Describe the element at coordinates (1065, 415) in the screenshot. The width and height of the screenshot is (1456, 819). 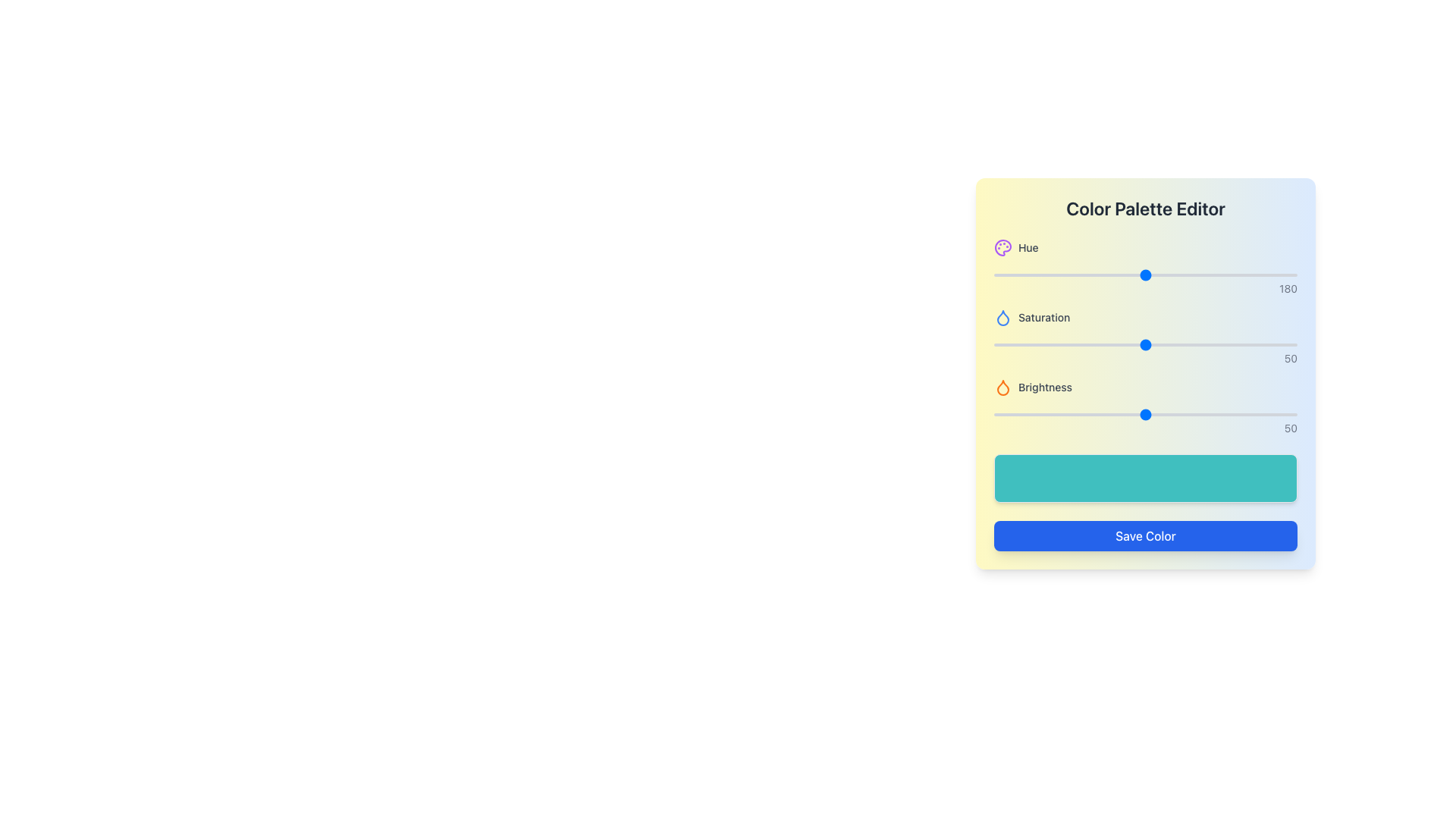
I see `the brightness` at that location.